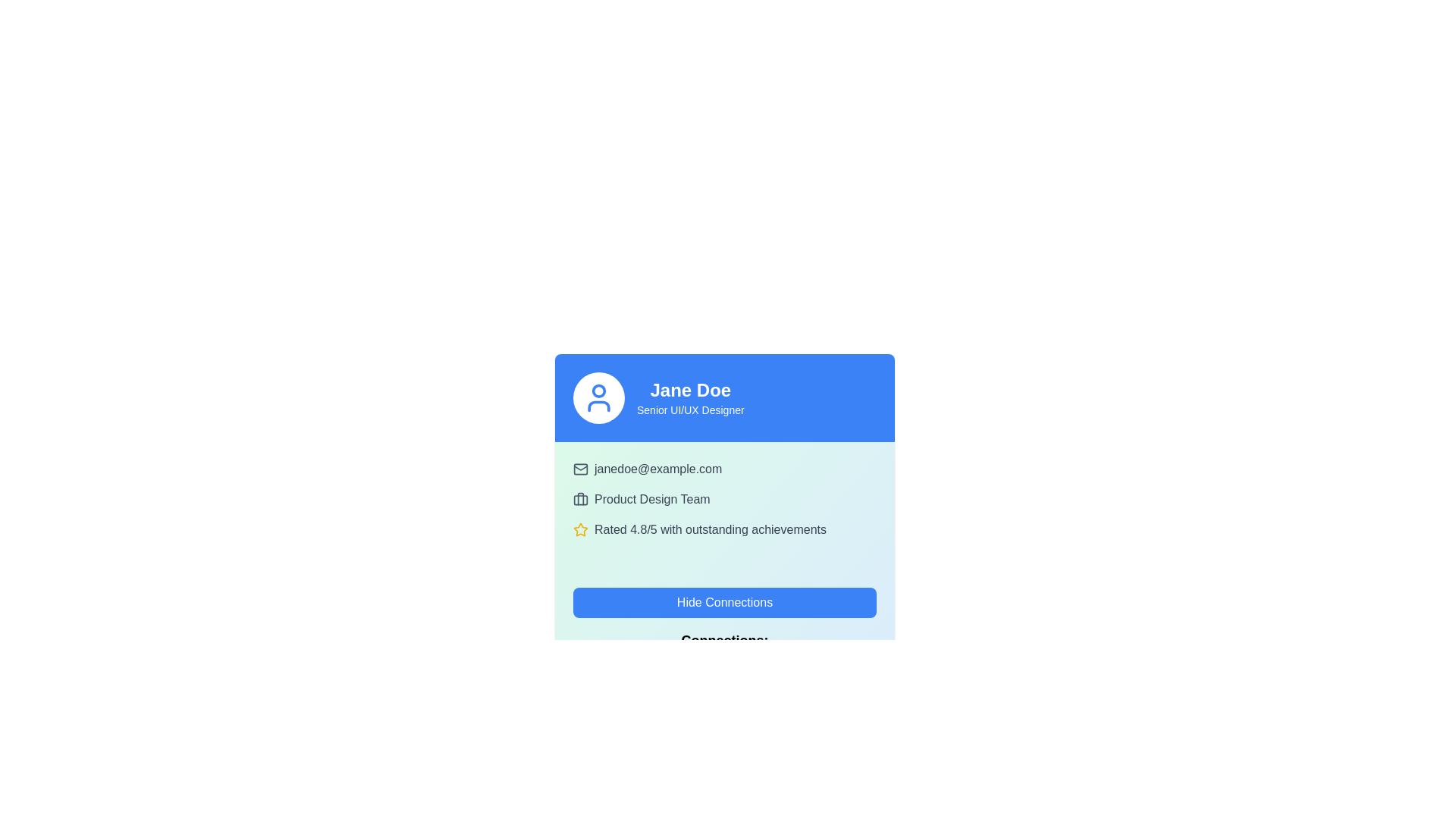 Image resolution: width=1456 pixels, height=819 pixels. Describe the element at coordinates (580, 468) in the screenshot. I see `the email icon, which is an outlined envelope with a gray color, located immediately to the left of the text 'janedoe@example.com'` at that location.